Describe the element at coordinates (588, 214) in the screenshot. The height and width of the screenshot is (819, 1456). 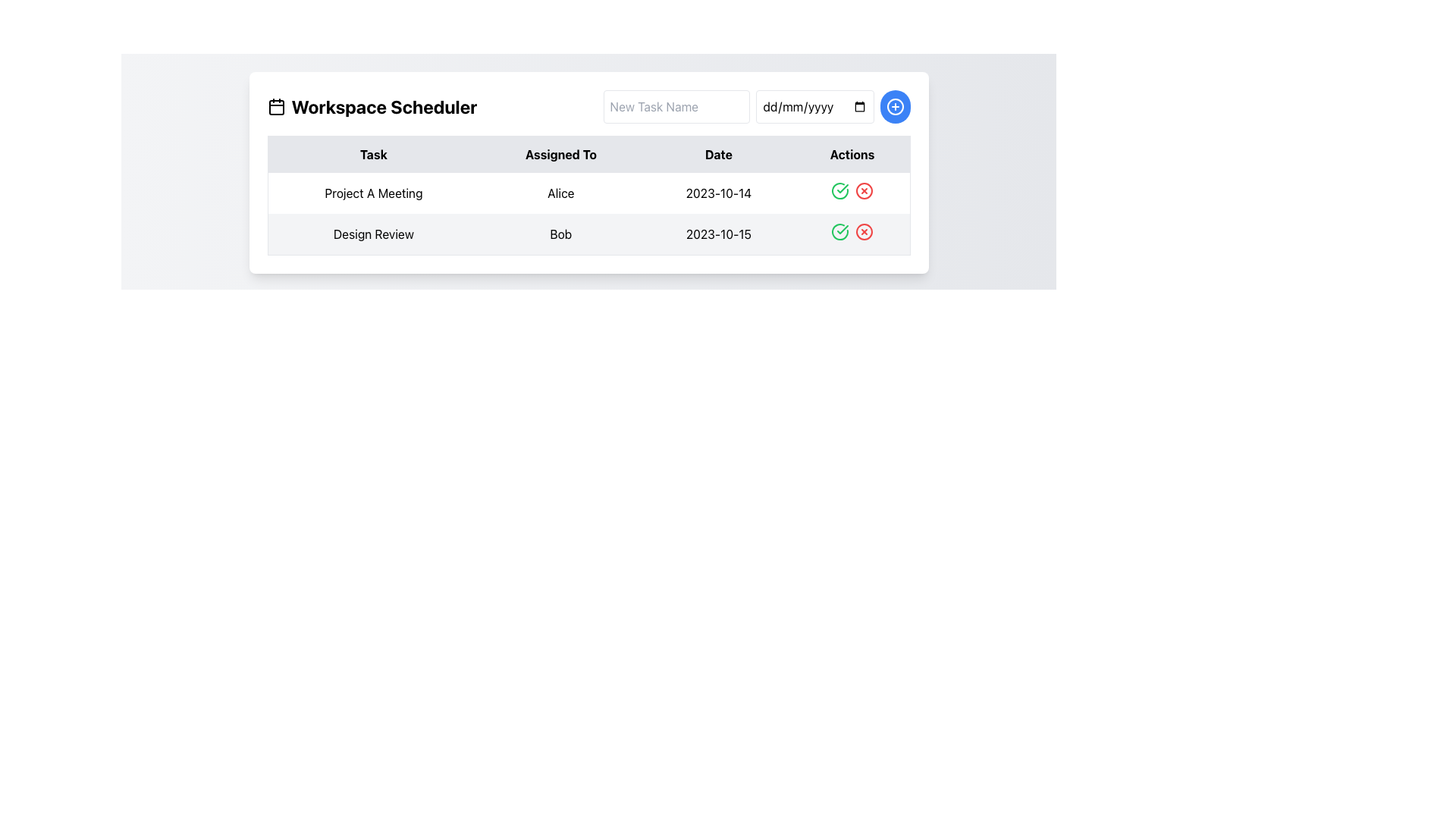
I see `the second row in the task details table` at that location.